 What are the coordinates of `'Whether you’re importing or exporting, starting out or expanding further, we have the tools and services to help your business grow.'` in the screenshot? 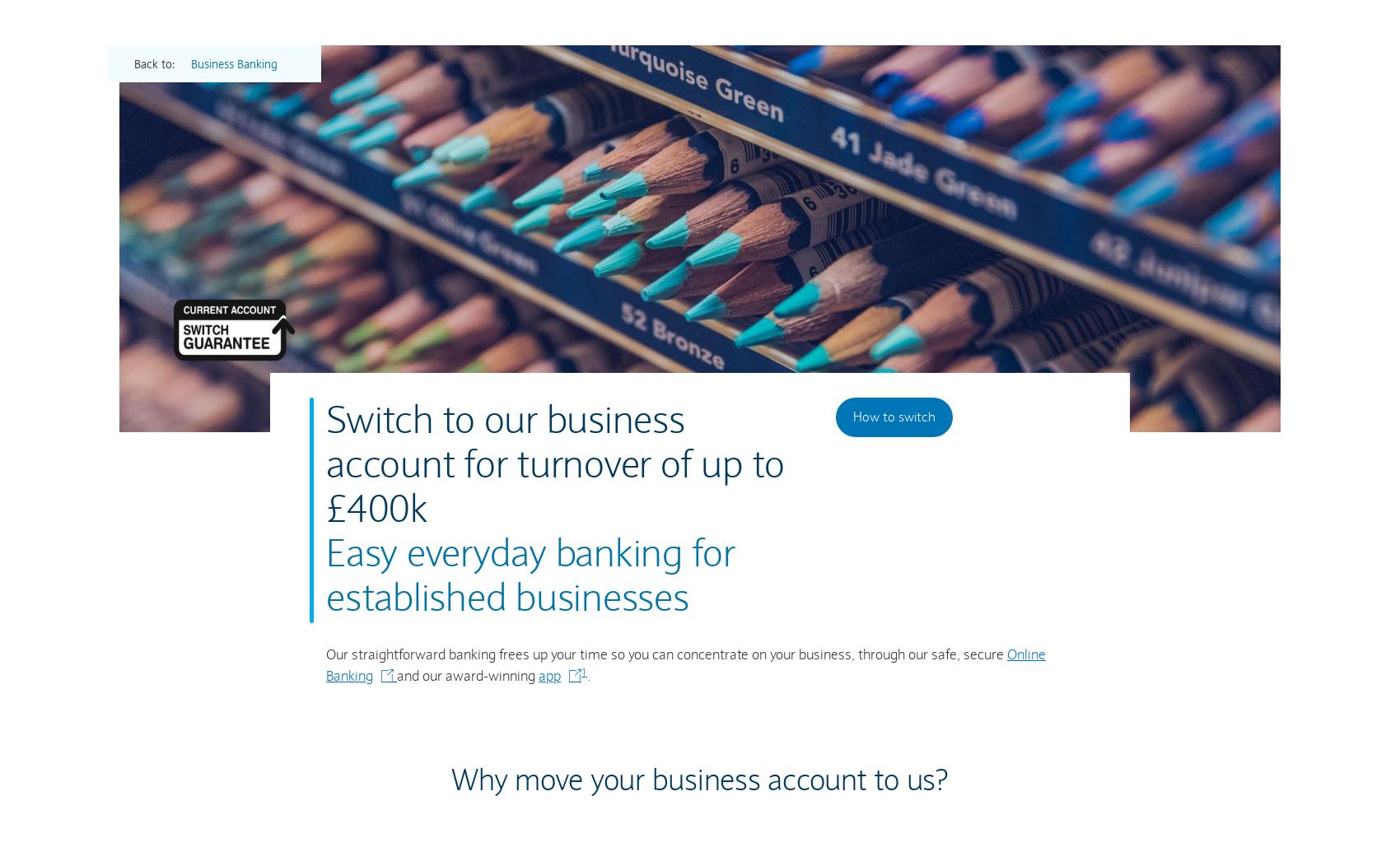 It's located at (697, 225).